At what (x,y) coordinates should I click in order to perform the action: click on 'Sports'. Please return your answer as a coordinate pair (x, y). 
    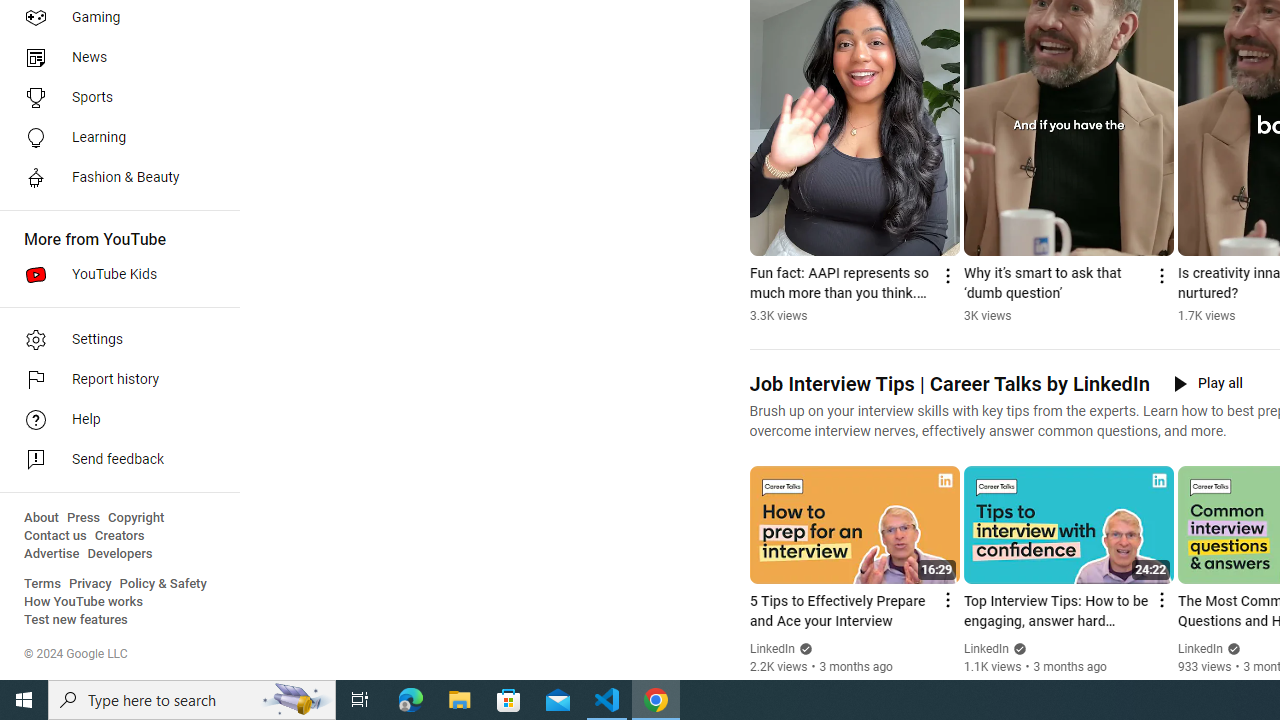
    Looking at the image, I should click on (112, 97).